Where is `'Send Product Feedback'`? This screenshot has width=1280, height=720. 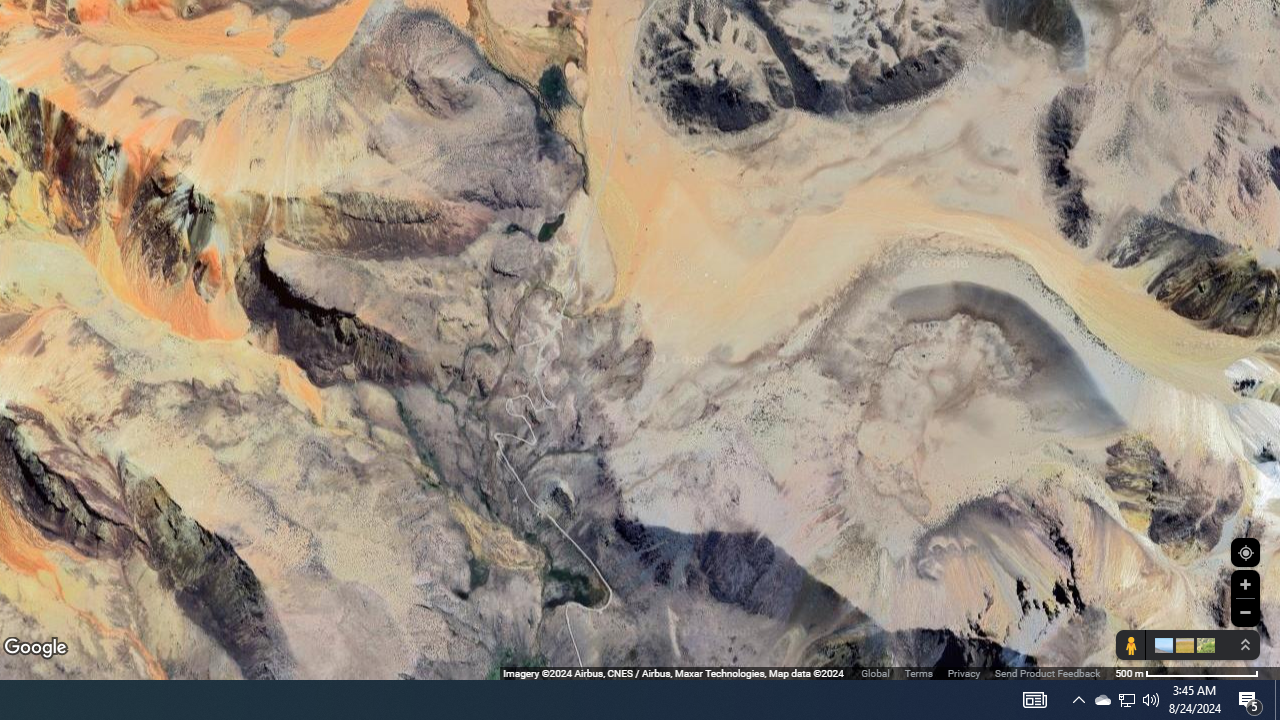
'Send Product Feedback' is located at coordinates (1046, 673).